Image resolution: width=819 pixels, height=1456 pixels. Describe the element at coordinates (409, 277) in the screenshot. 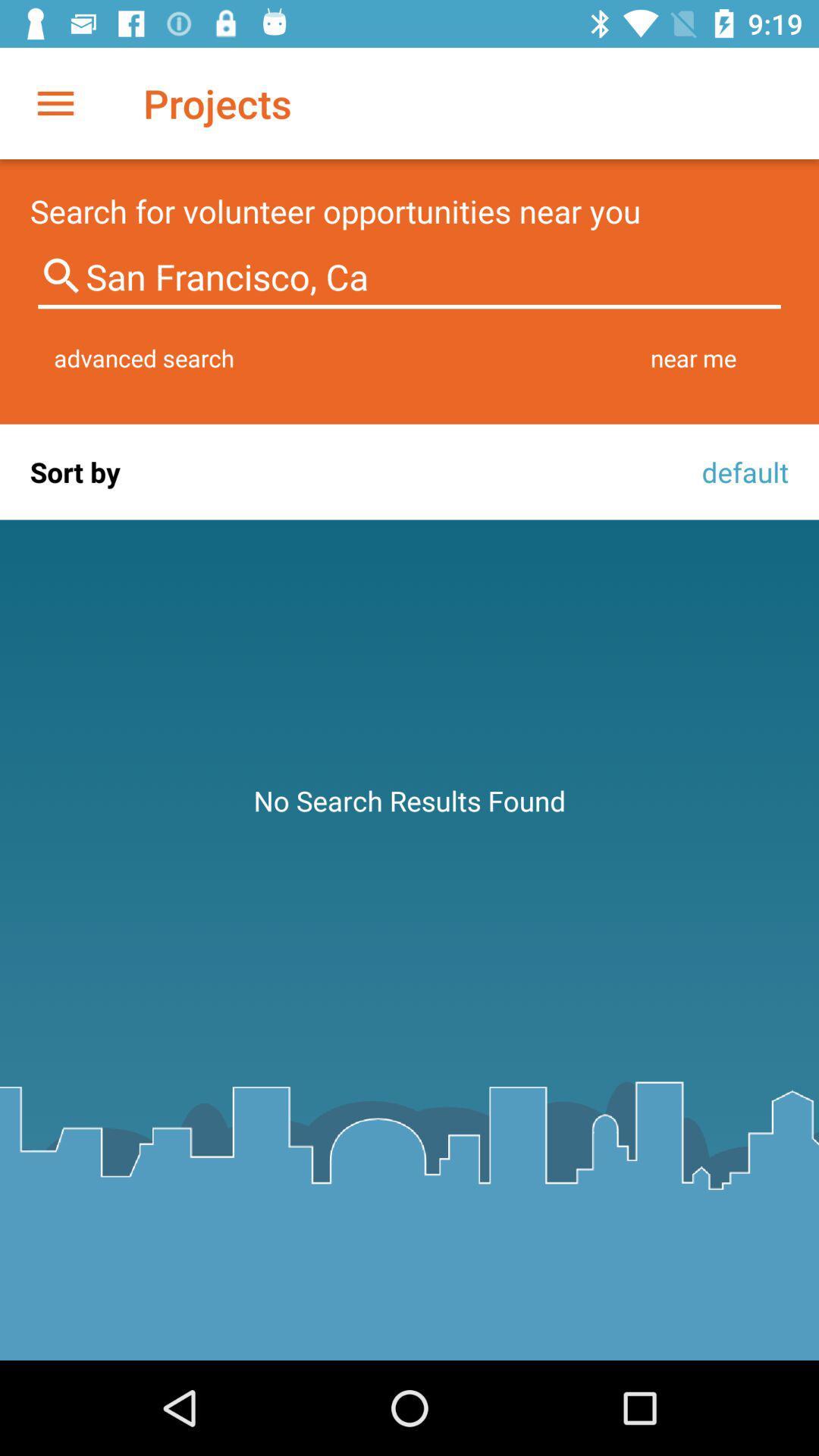

I see `the item above the advanced search` at that location.